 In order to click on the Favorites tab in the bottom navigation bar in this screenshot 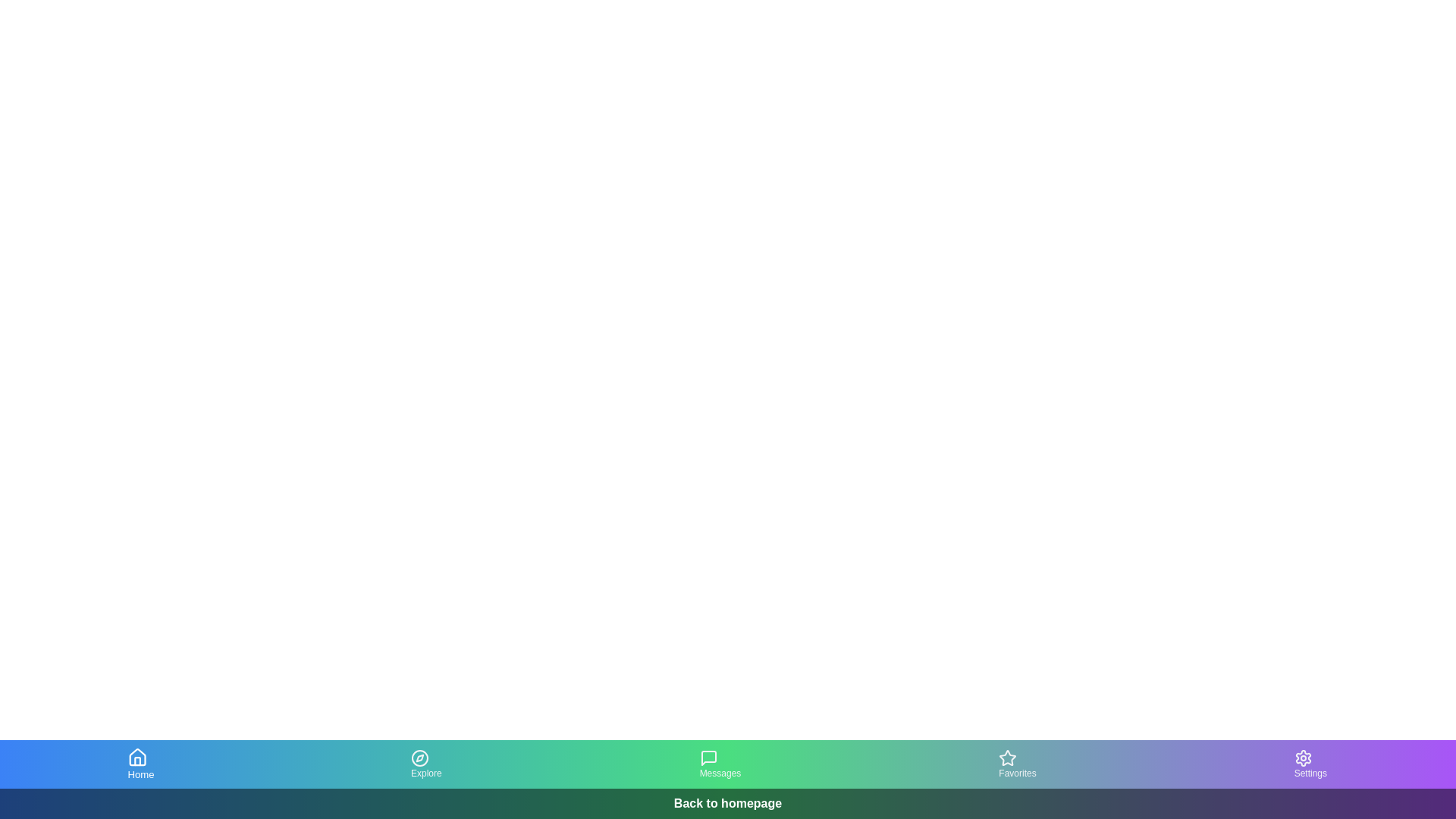, I will do `click(1017, 764)`.